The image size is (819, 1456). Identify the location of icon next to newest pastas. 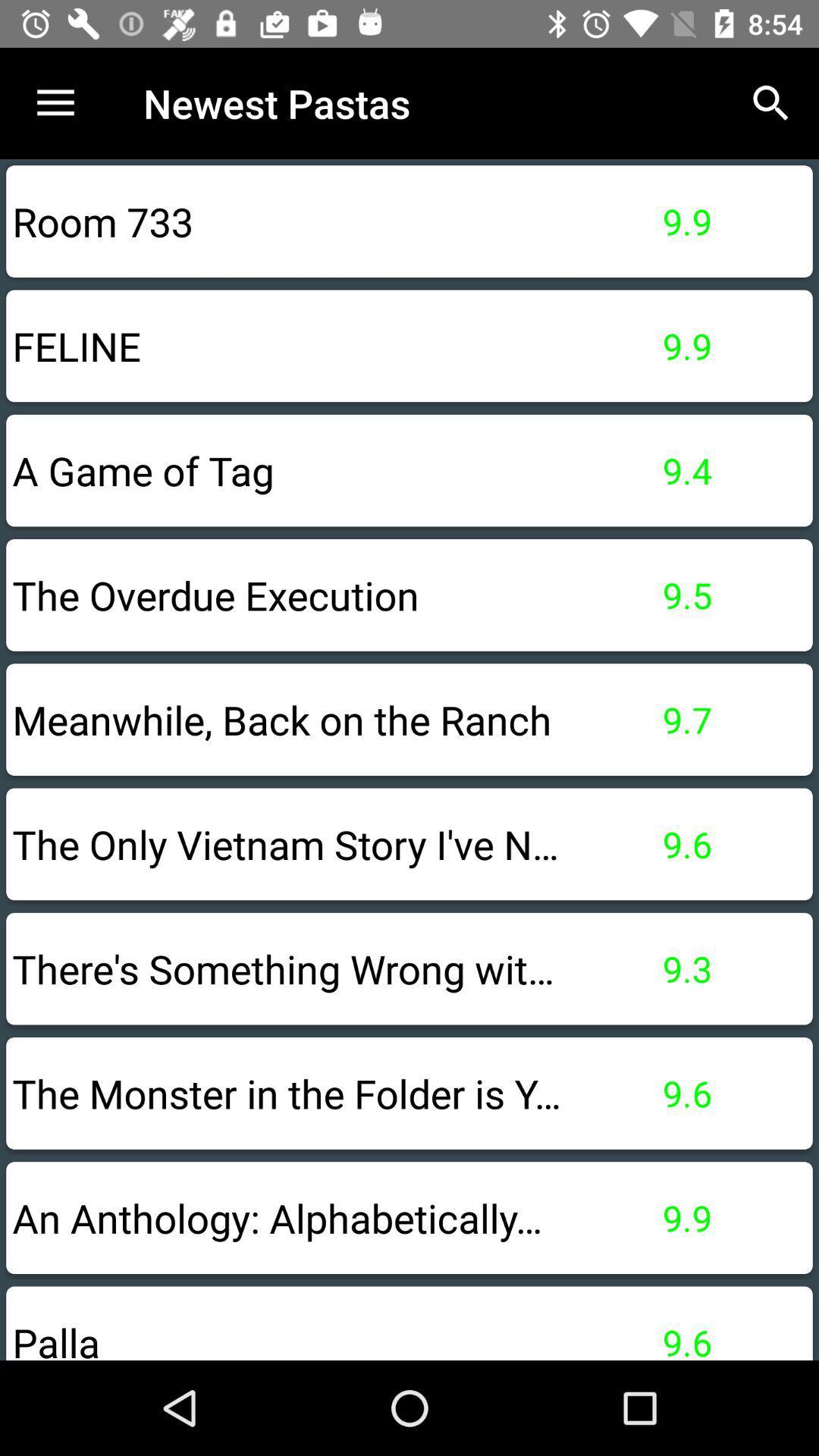
(55, 102).